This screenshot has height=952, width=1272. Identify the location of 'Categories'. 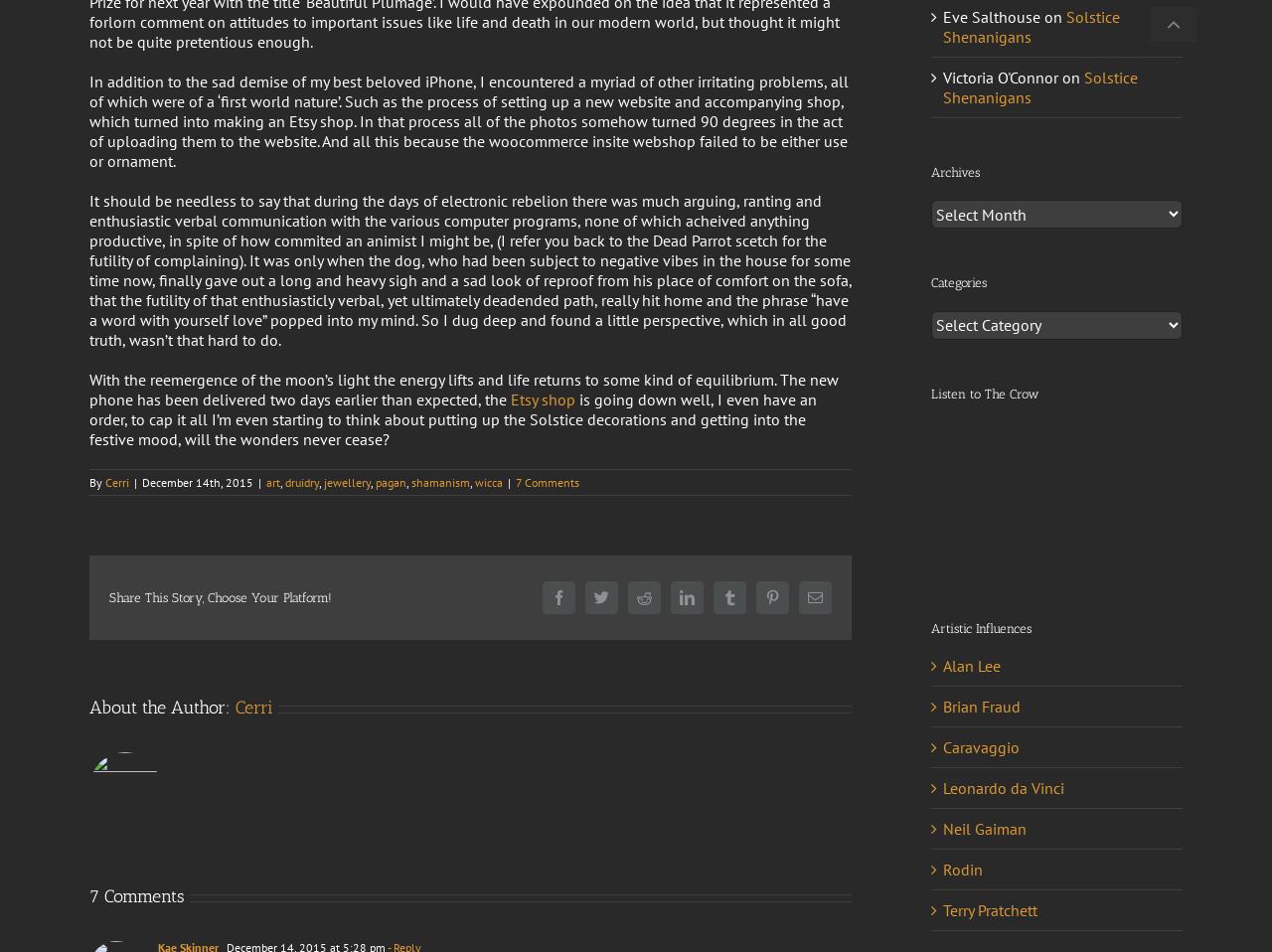
(929, 282).